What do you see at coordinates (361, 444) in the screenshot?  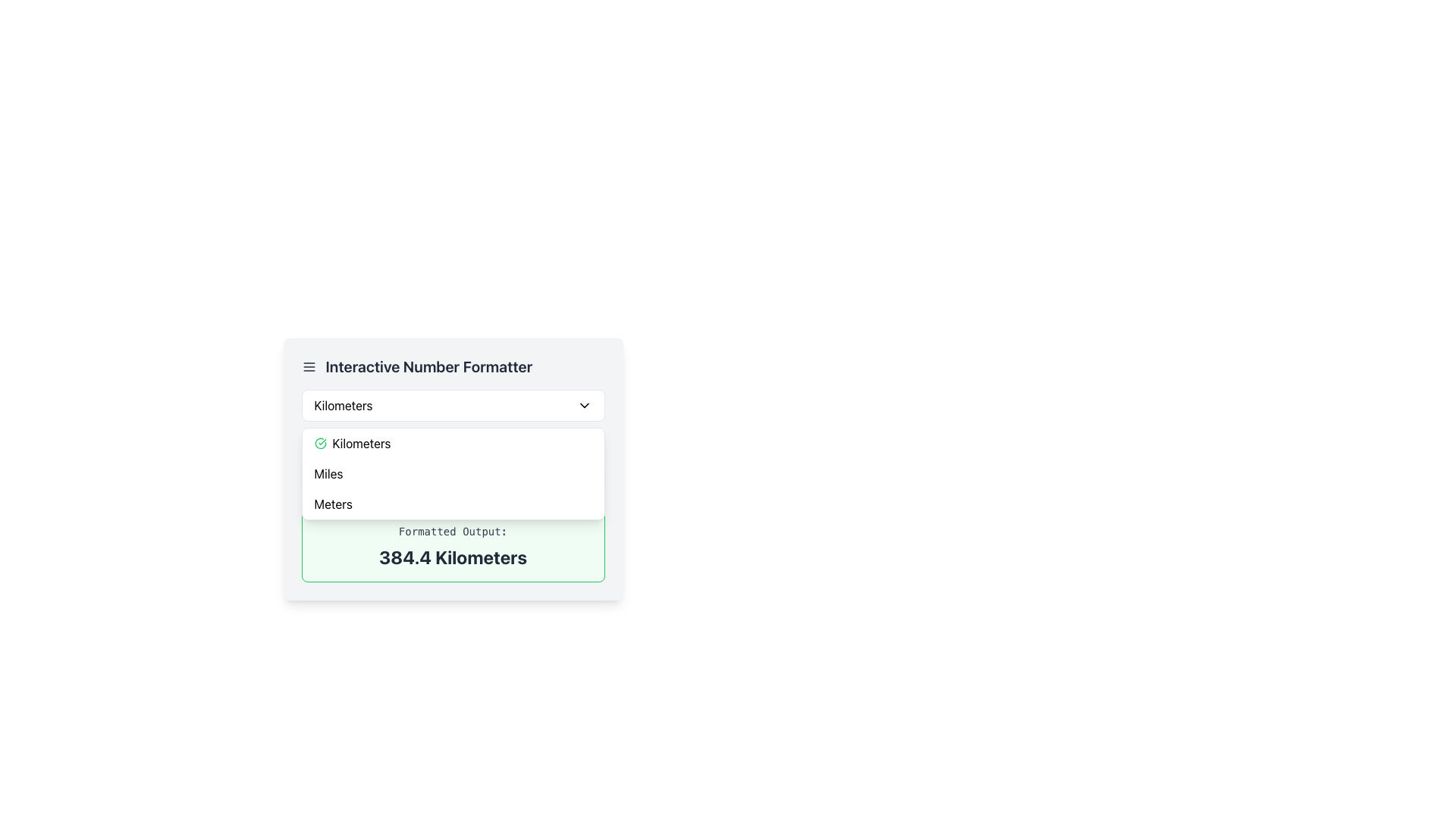 I see `the 'Kilometers' option in the dropdown menu` at bounding box center [361, 444].